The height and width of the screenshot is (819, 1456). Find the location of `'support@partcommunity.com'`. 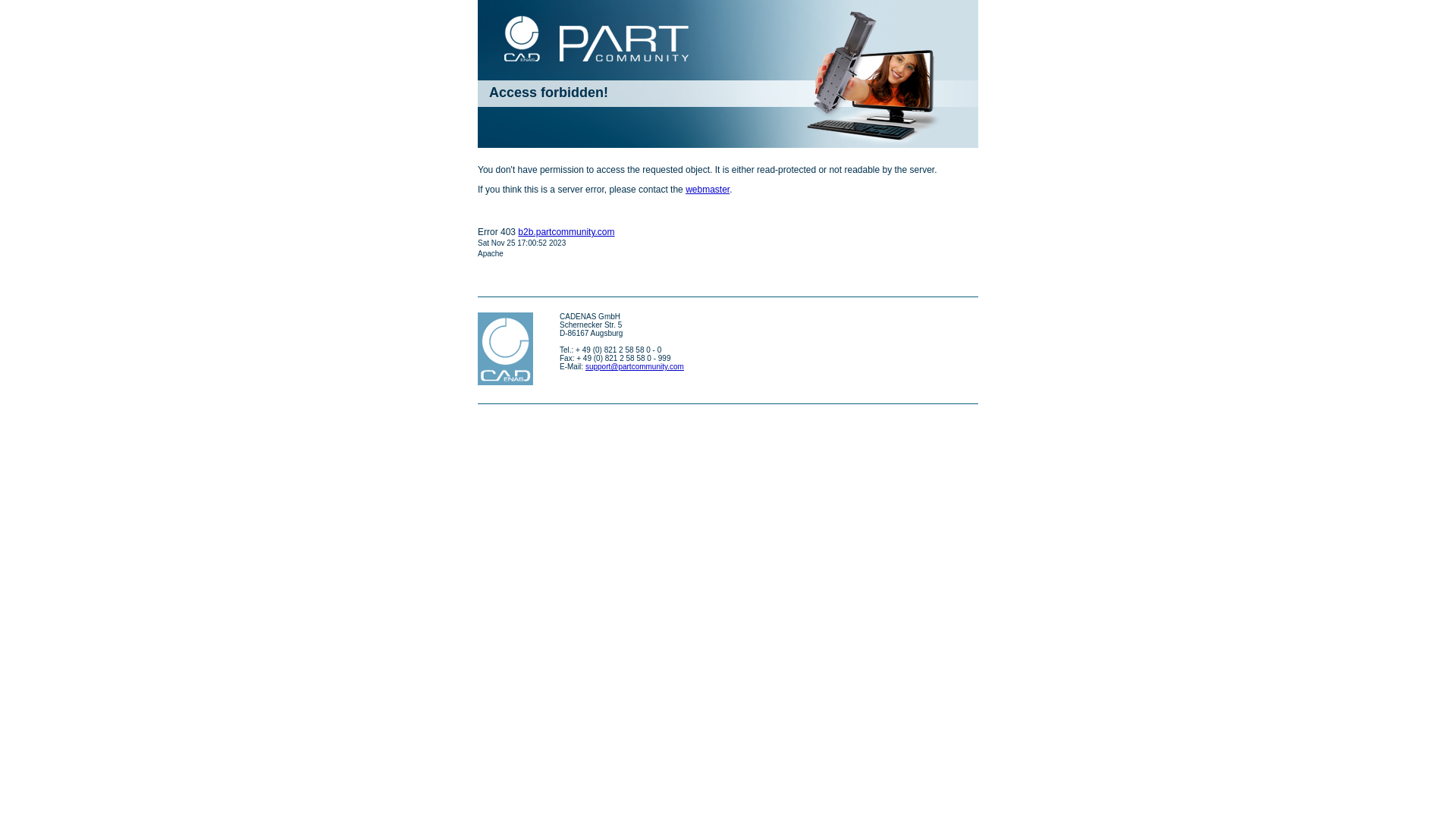

'support@partcommunity.com' is located at coordinates (634, 366).